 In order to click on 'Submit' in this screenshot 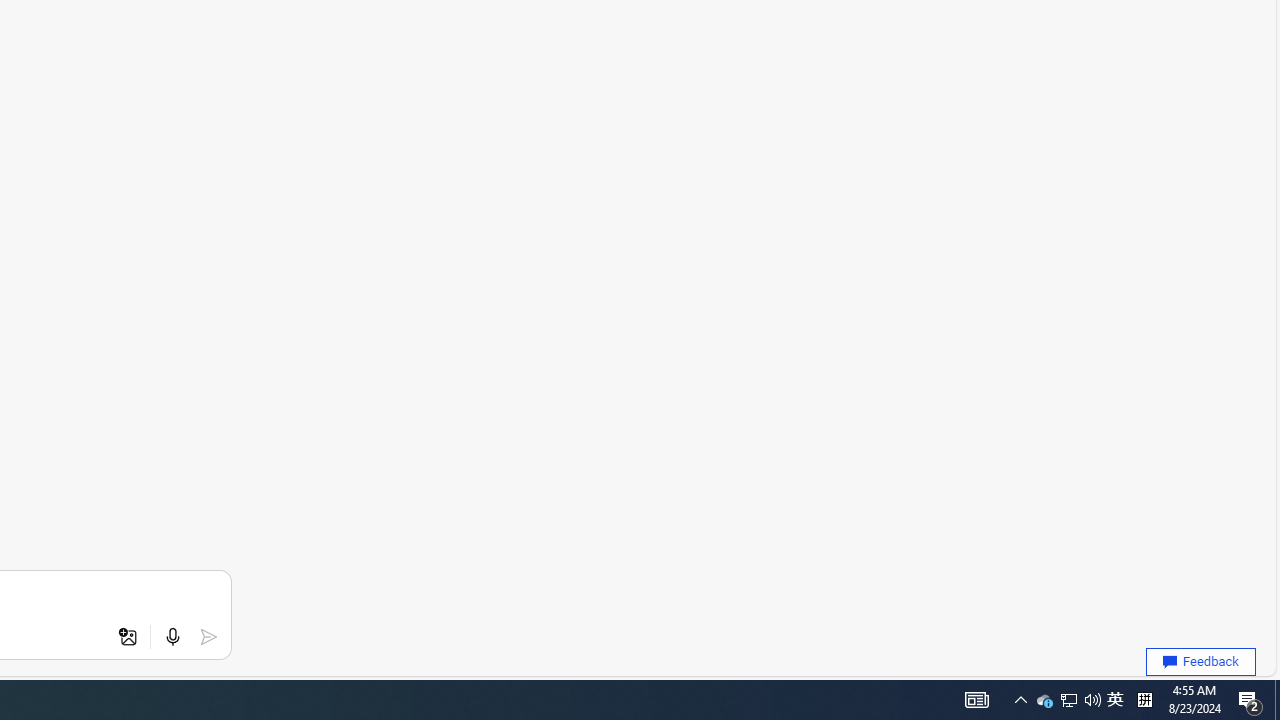, I will do `click(208, 637)`.